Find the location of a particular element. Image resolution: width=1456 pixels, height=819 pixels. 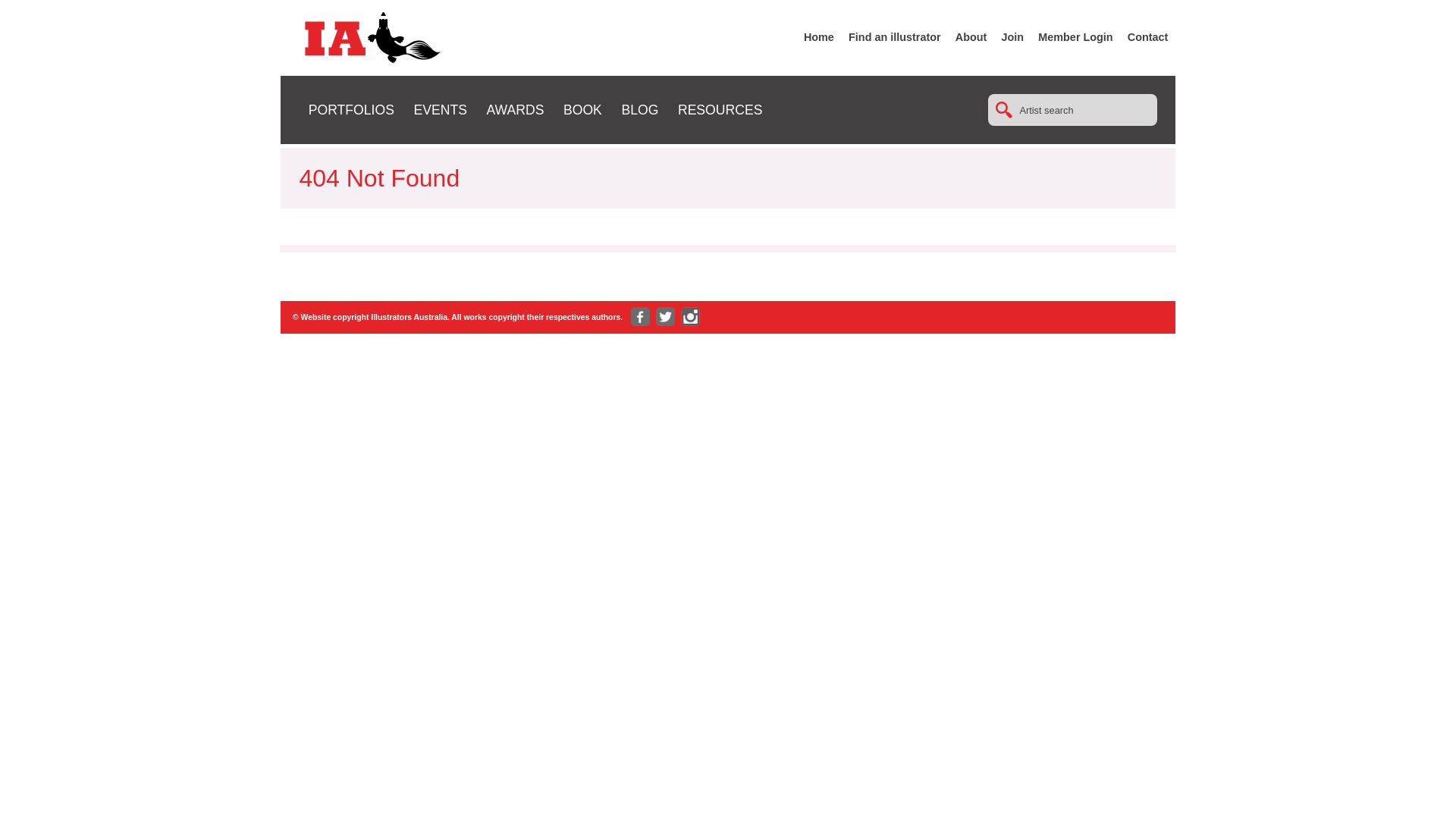

'Find an illustrator' is located at coordinates (895, 36).